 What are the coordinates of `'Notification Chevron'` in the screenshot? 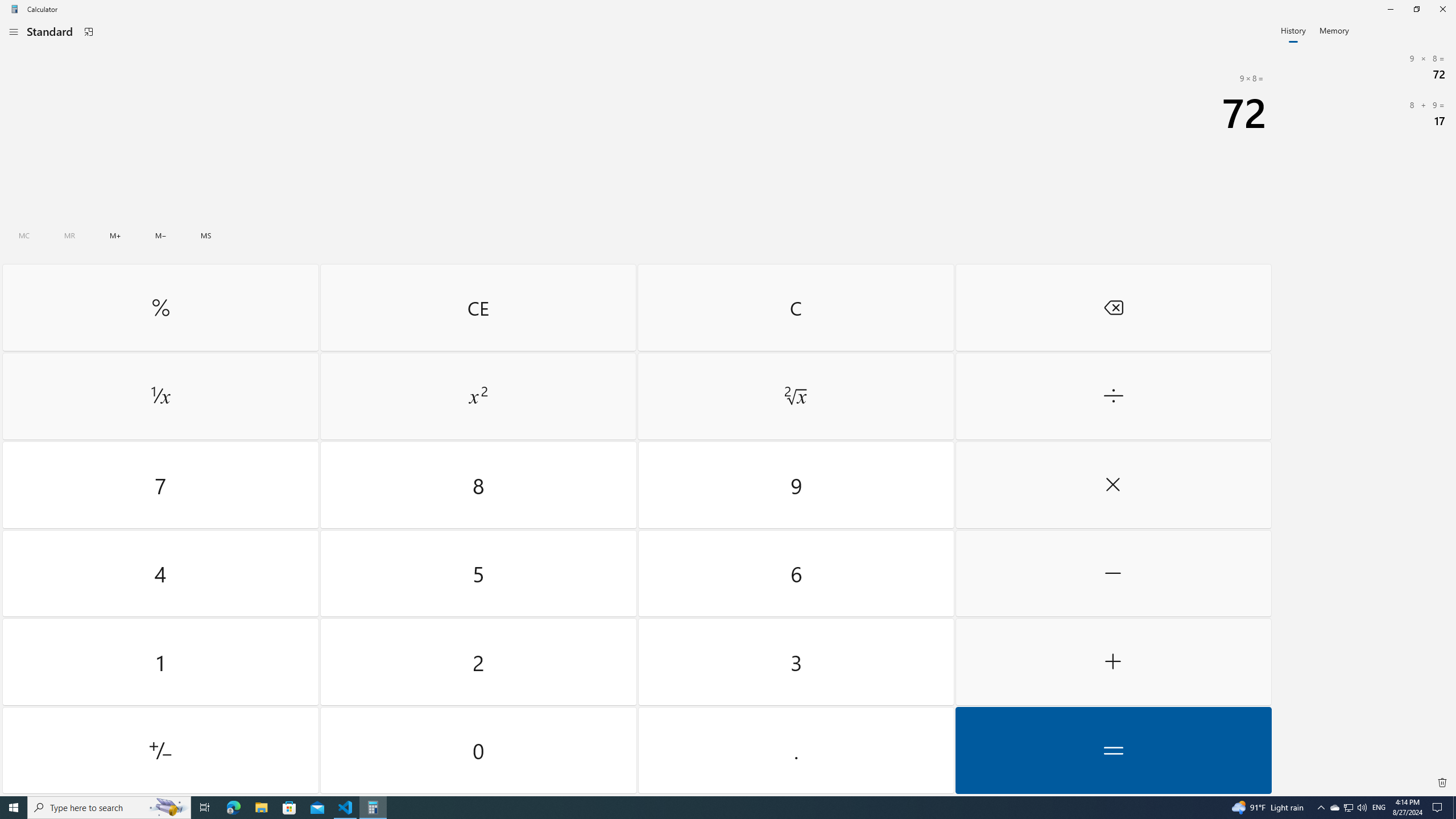 It's located at (1321, 806).